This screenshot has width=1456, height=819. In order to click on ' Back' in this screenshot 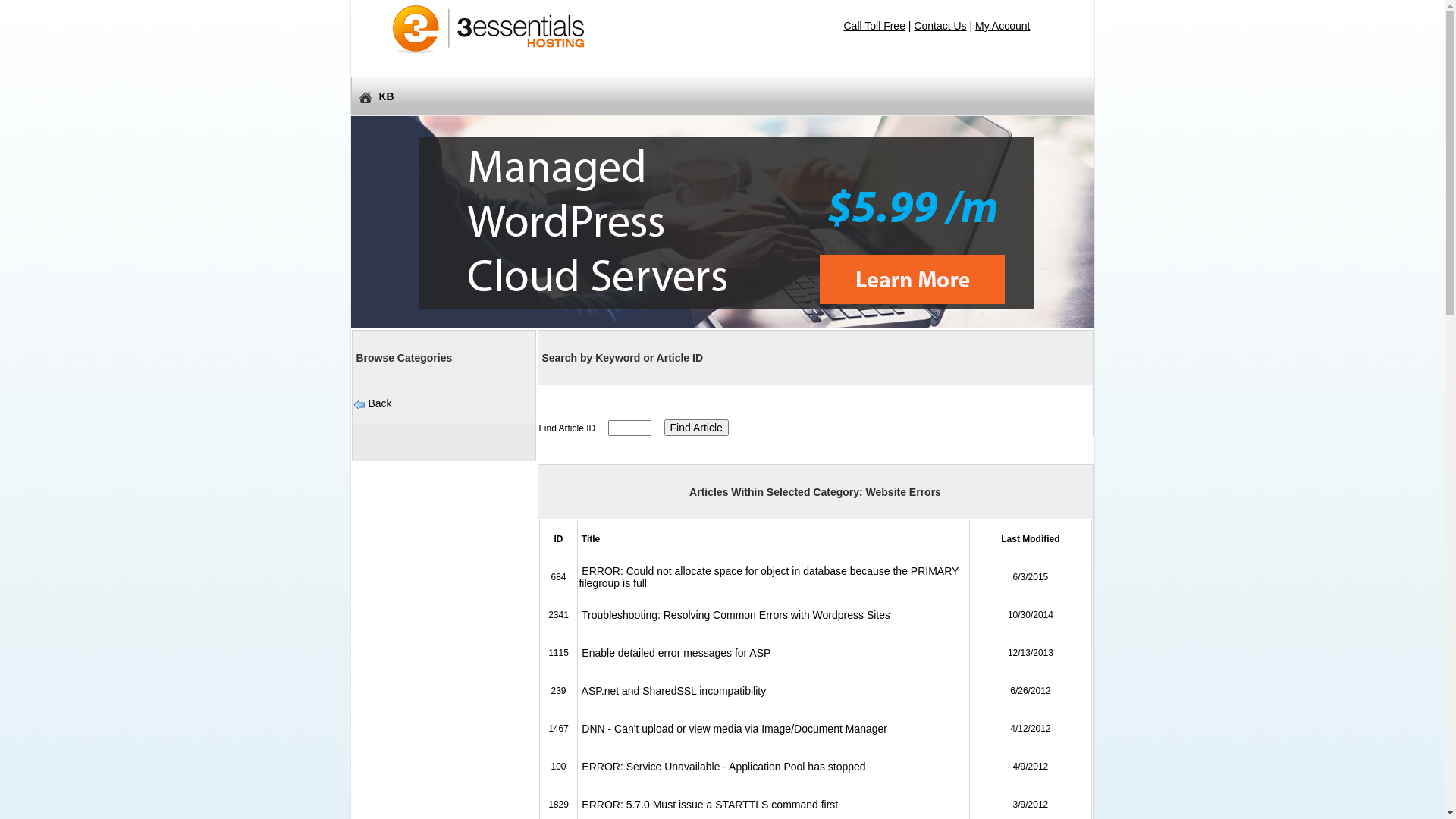, I will do `click(378, 403)`.